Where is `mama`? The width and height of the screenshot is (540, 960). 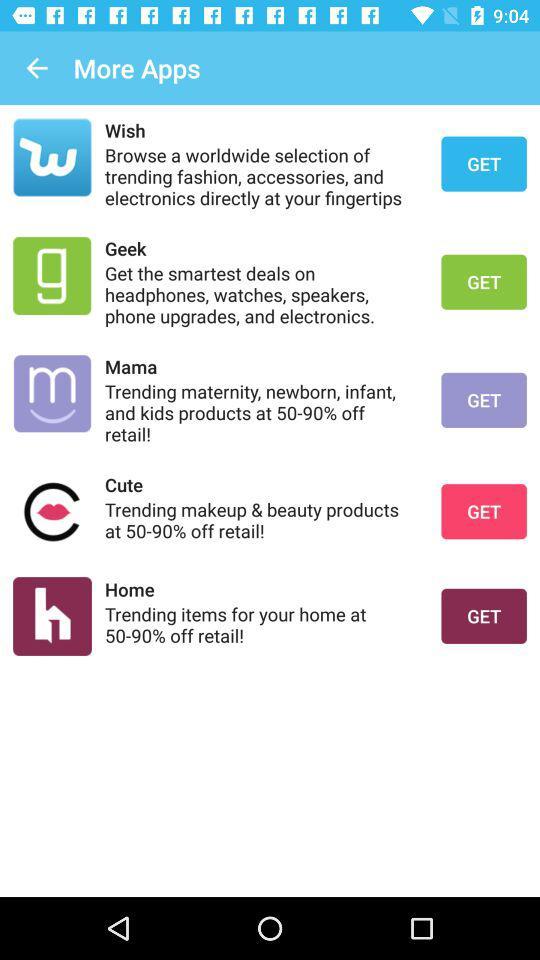 mama is located at coordinates (260, 365).